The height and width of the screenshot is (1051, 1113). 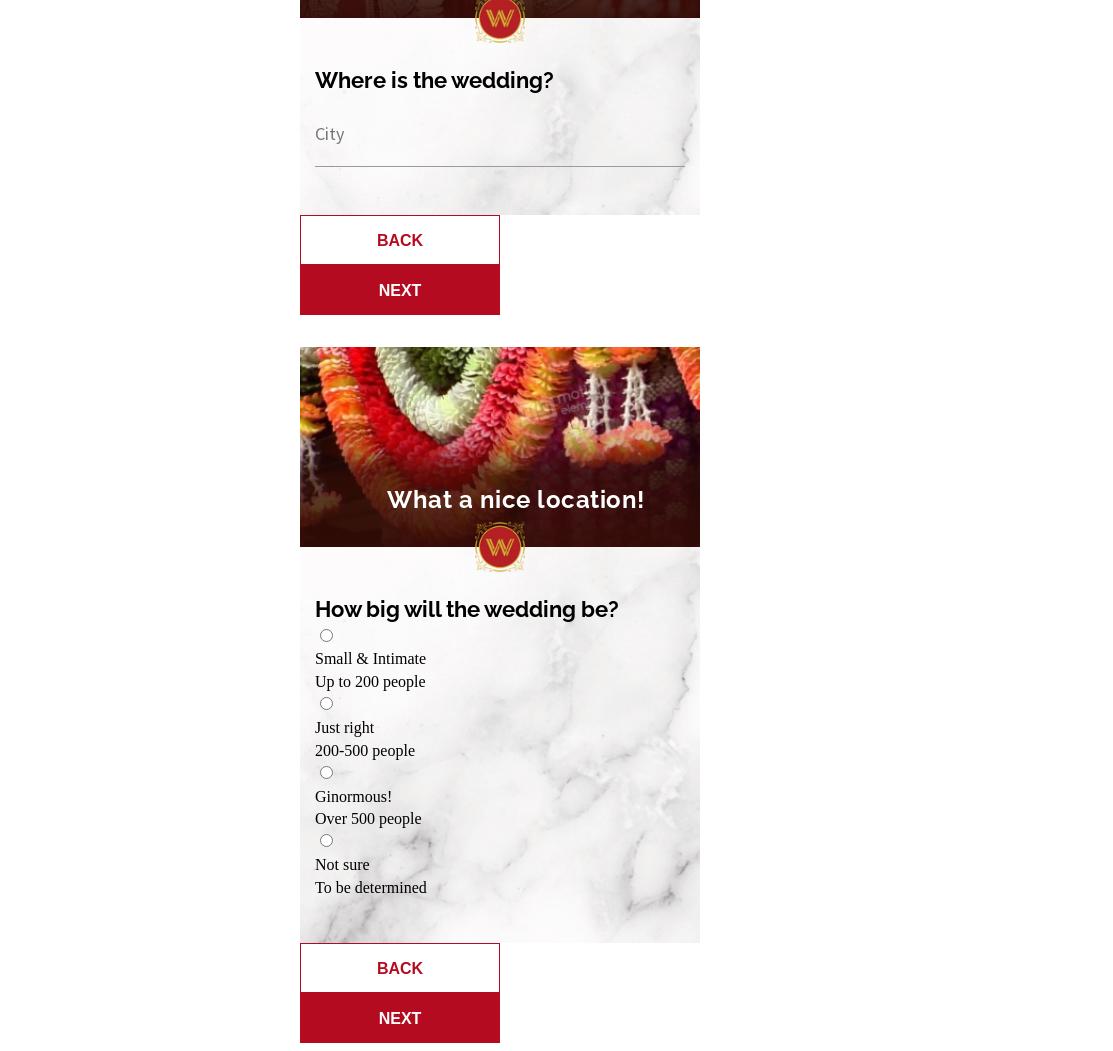 I want to click on 'Where is the wedding?', so click(x=433, y=78).